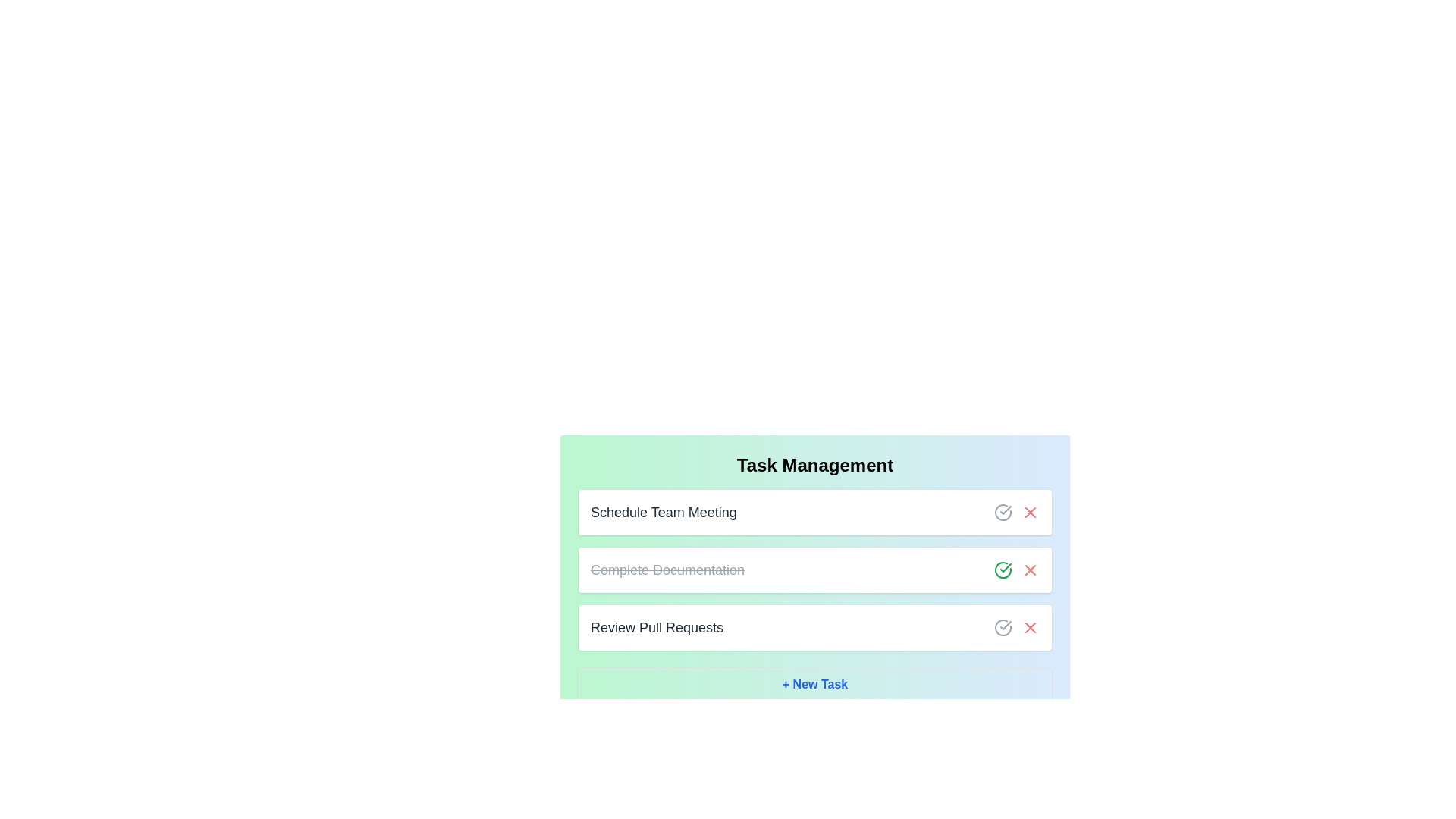 This screenshot has width=1456, height=819. What do you see at coordinates (1030, 628) in the screenshot?
I see `delete button for the task 'Review Pull Requests'` at bounding box center [1030, 628].